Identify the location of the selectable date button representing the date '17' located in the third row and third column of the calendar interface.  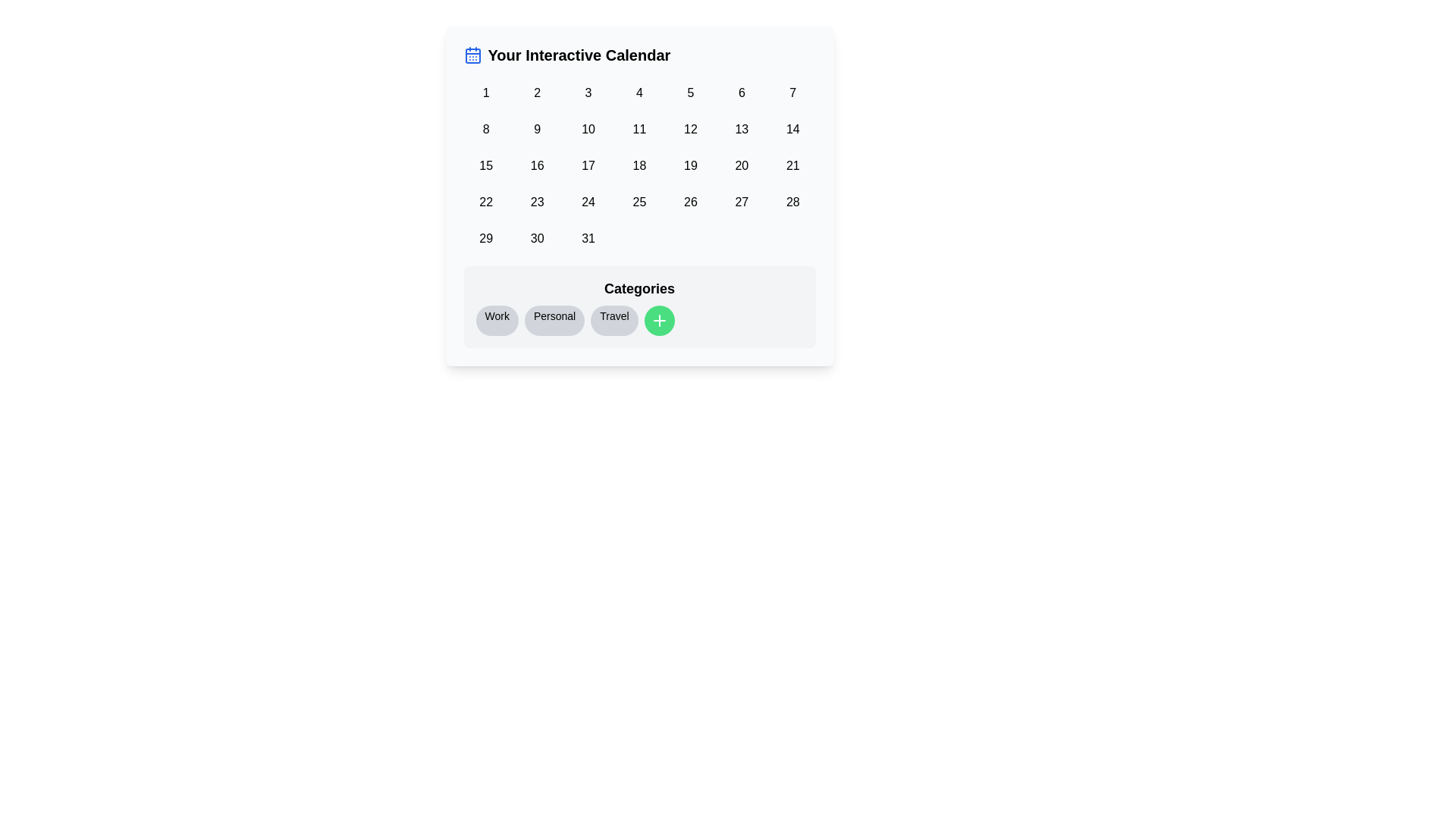
(588, 166).